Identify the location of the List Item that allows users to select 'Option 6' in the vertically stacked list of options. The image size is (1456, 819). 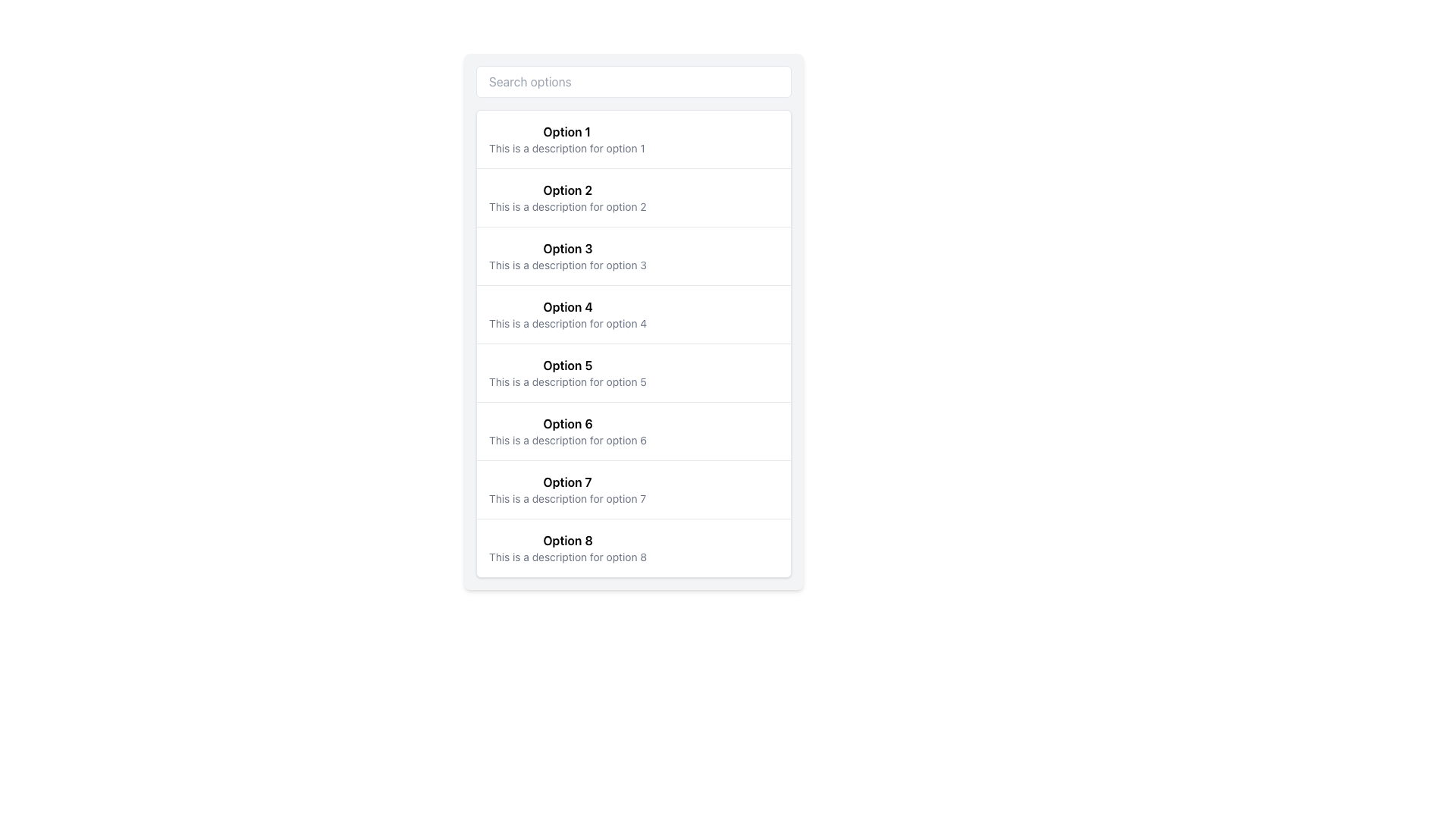
(633, 431).